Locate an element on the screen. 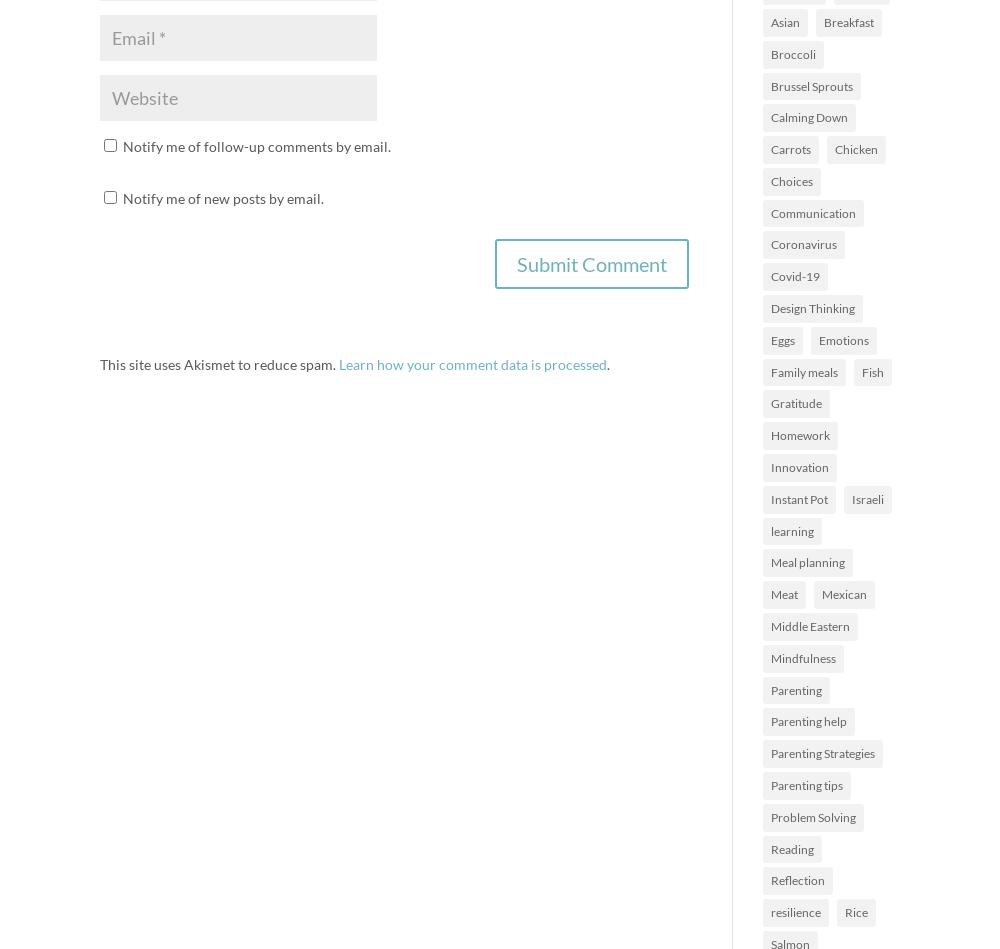 This screenshot has width=1000, height=949. 'Gratitude' is located at coordinates (796, 403).